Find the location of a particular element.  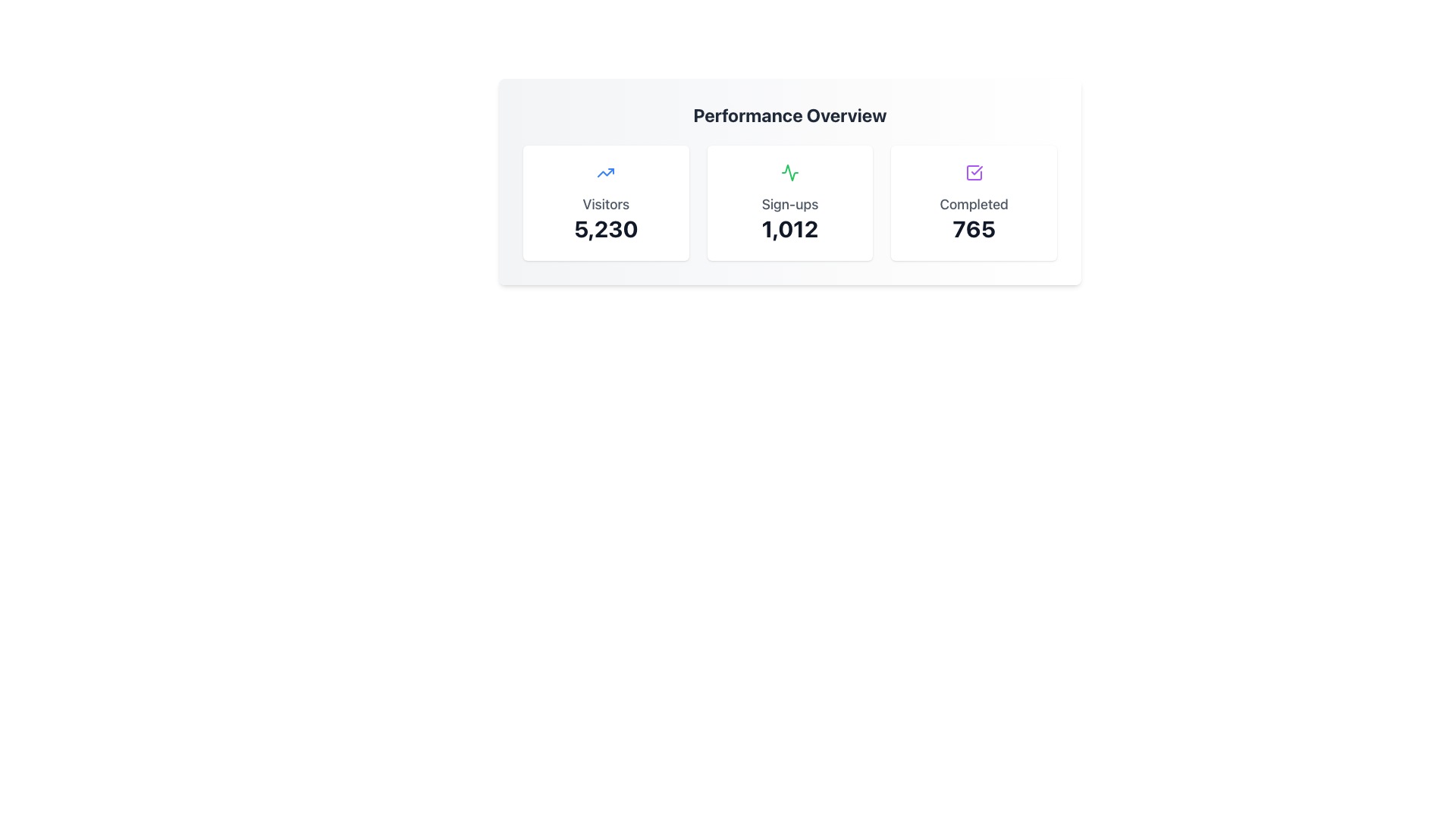

the rightmost informational card that features a purple checked icon, the label 'Completed' in gray text, and the number '765' in bold black font is located at coordinates (974, 202).